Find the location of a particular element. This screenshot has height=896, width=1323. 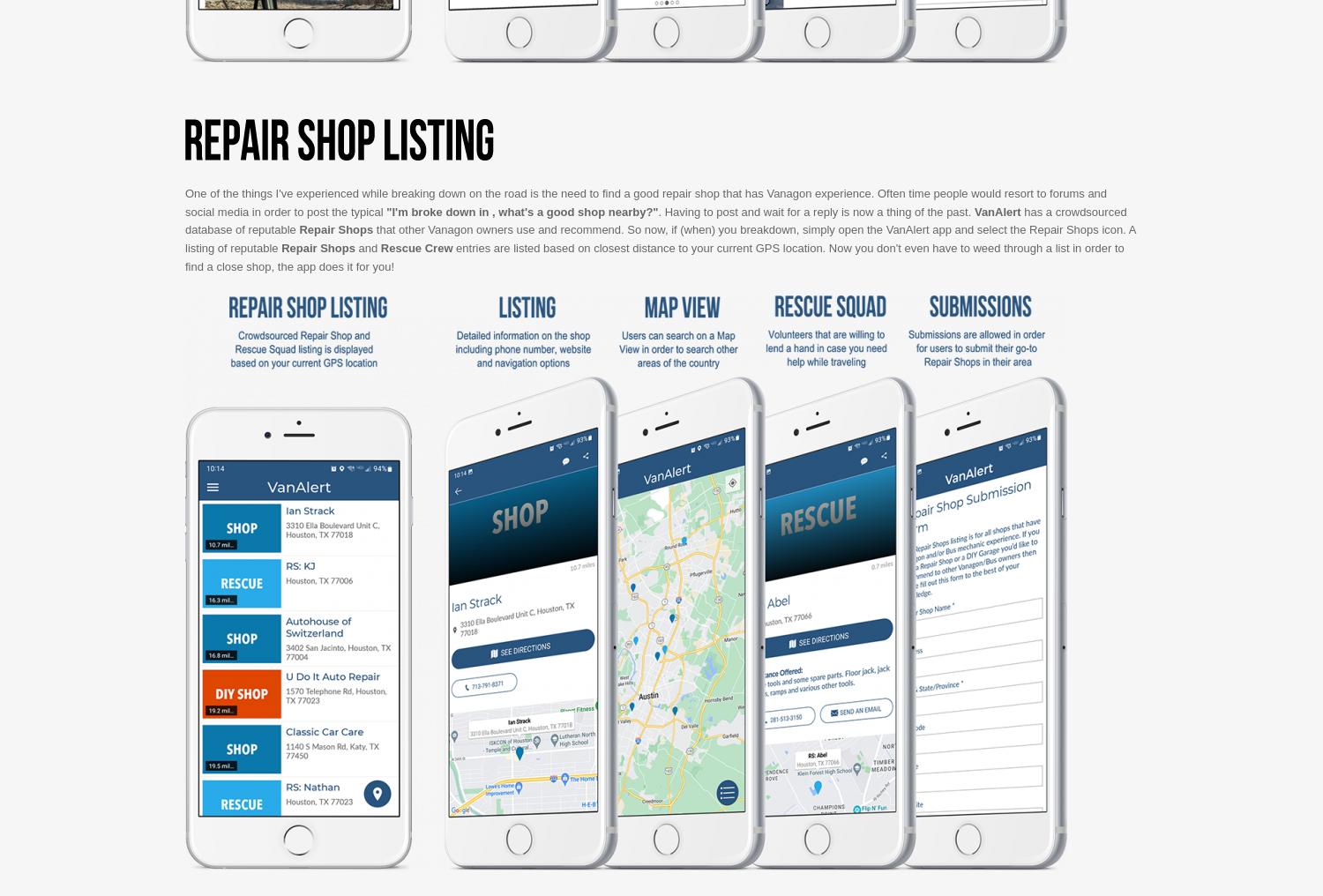

'that other Vanagon owners use and recommend. So now, if (when) you breakdown, simply open the VanAlert app and select the Repair Shops icon. A listing of reputable' is located at coordinates (184, 237).